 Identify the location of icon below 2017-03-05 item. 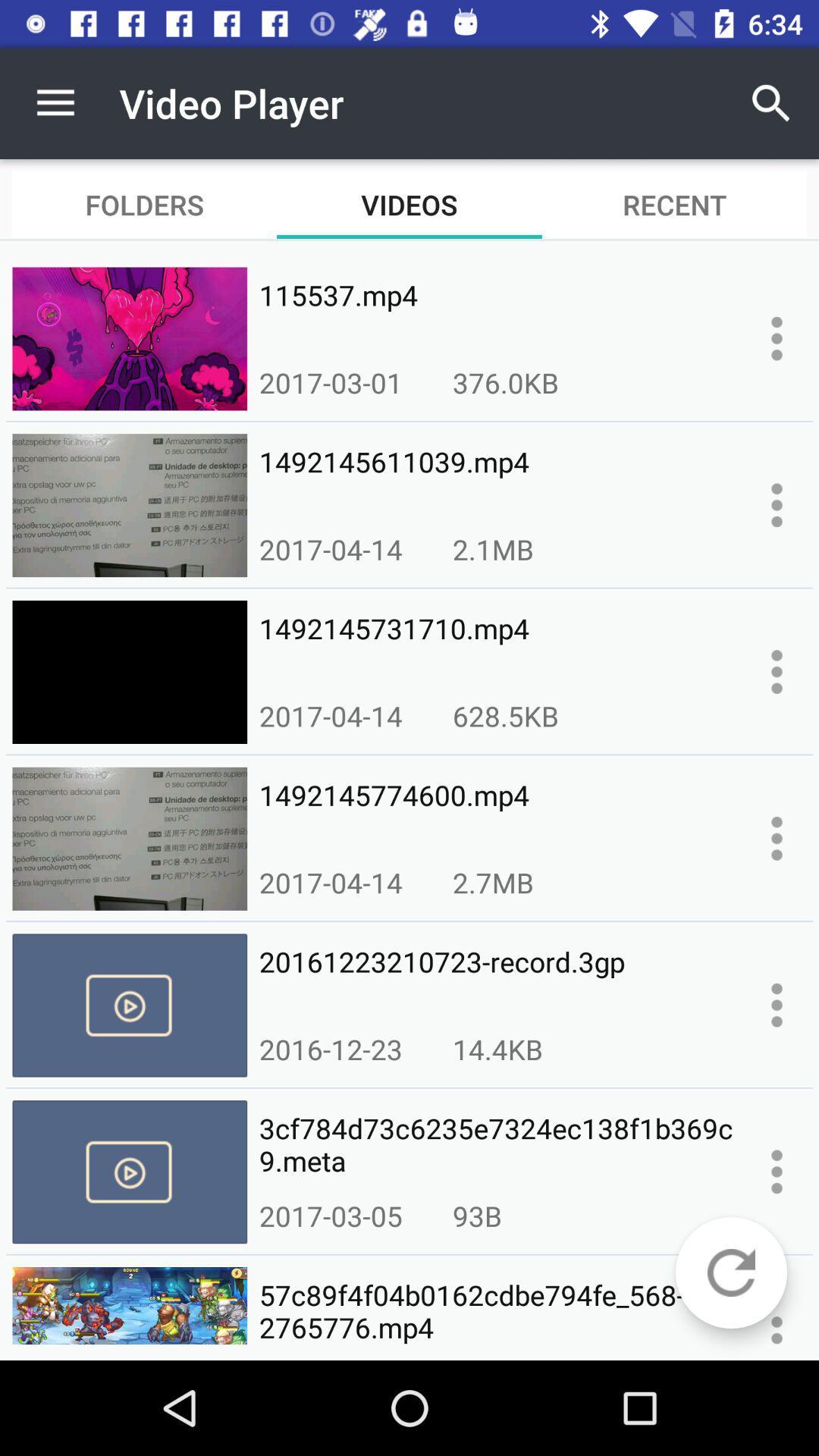
(497, 1311).